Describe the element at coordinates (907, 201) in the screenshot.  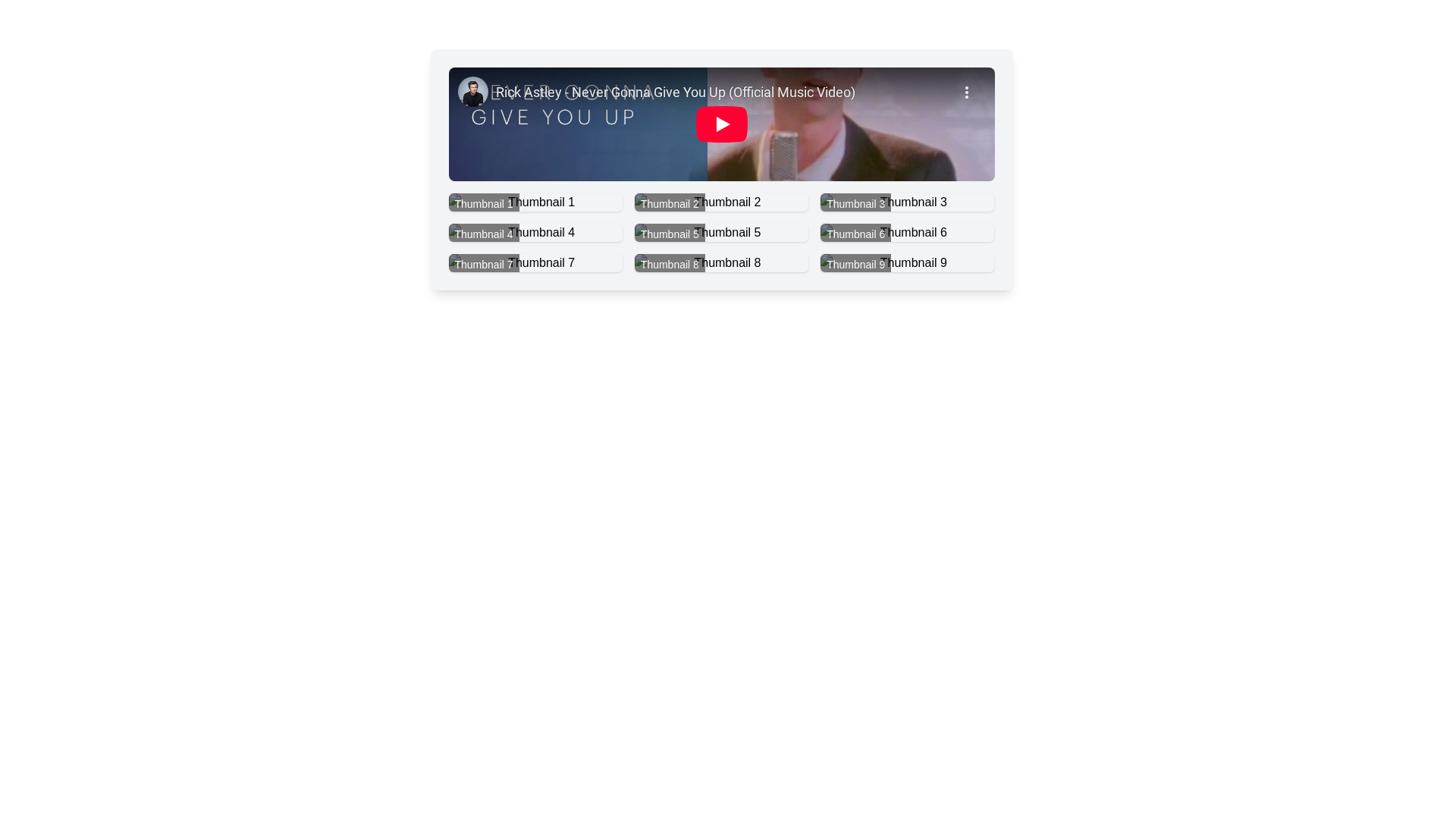
I see `the static visual component labeled 'Thumbnail 3', which is the third item in a grid structure with a rounded rectangular shape and a dark semi-transparent overlay` at that location.